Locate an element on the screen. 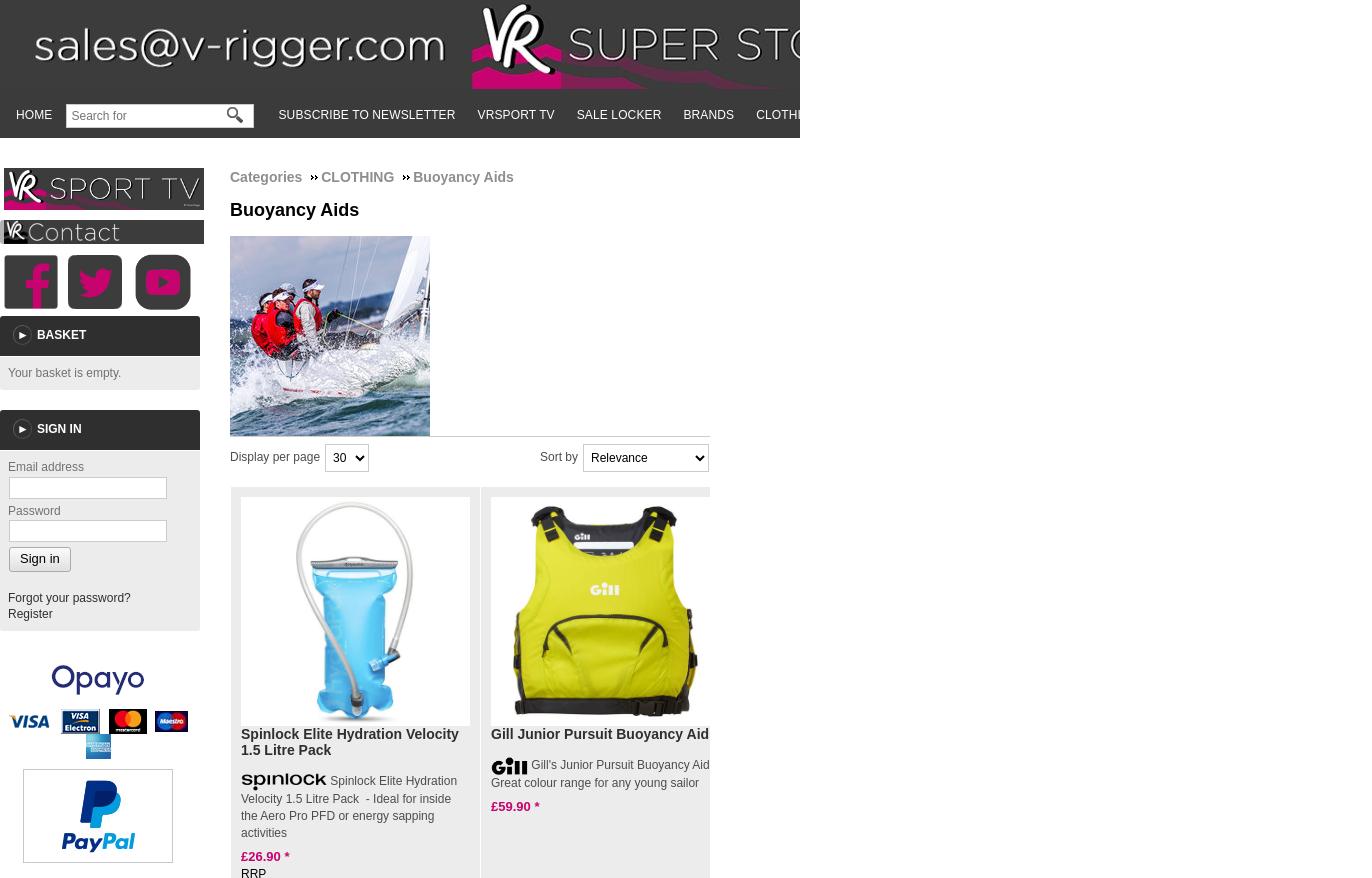 The height and width of the screenshot is (878, 1372). 'Spinlock Elite Hydration Velocity 1.5 Litre Pack' is located at coordinates (349, 740).